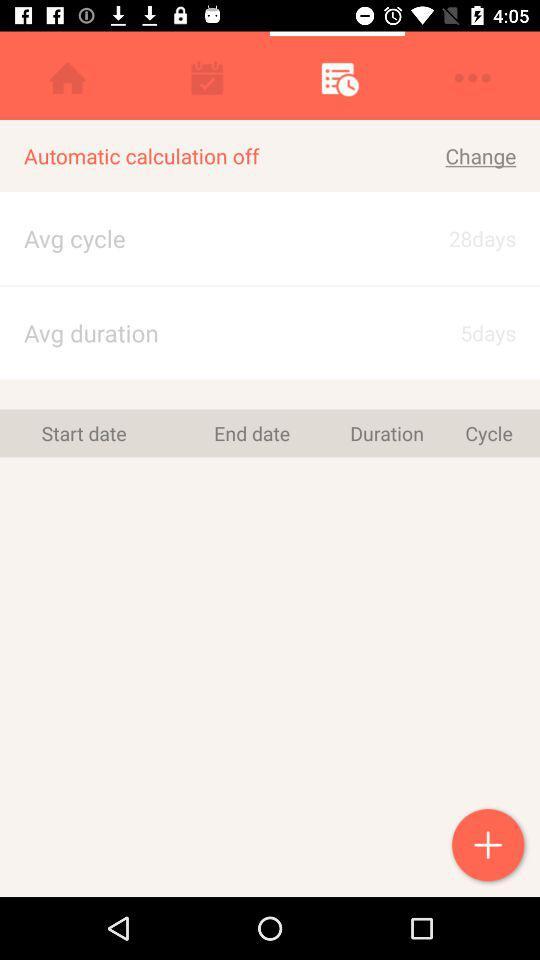 The height and width of the screenshot is (960, 540). What do you see at coordinates (203, 155) in the screenshot?
I see `the automatic calculation off` at bounding box center [203, 155].